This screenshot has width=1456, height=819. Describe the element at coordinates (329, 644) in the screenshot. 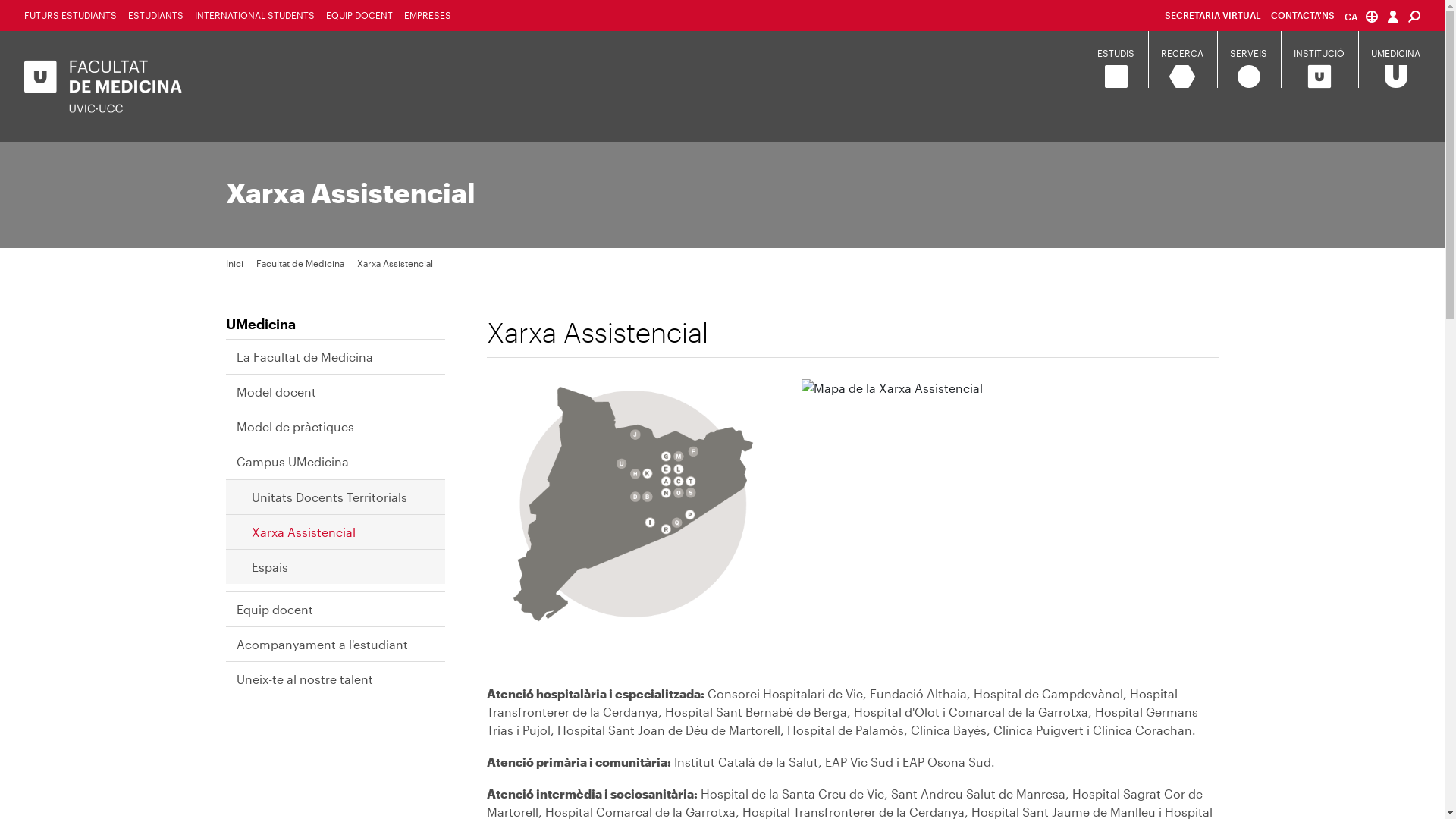

I see `'Acompanyament a l'estudiant'` at that location.